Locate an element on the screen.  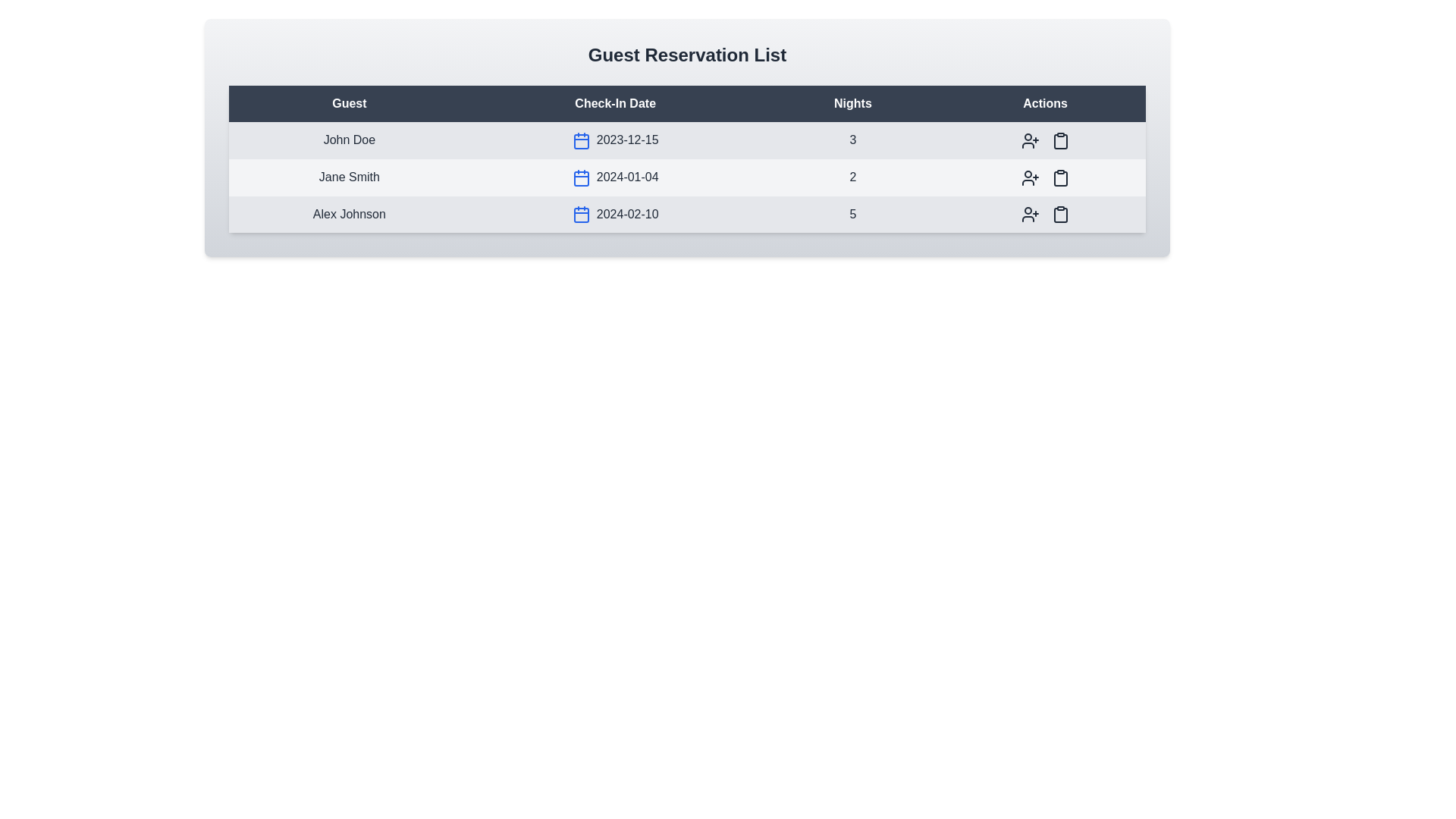
the icon button located in the third row of the table under the 'Actions' column is located at coordinates (1030, 215).